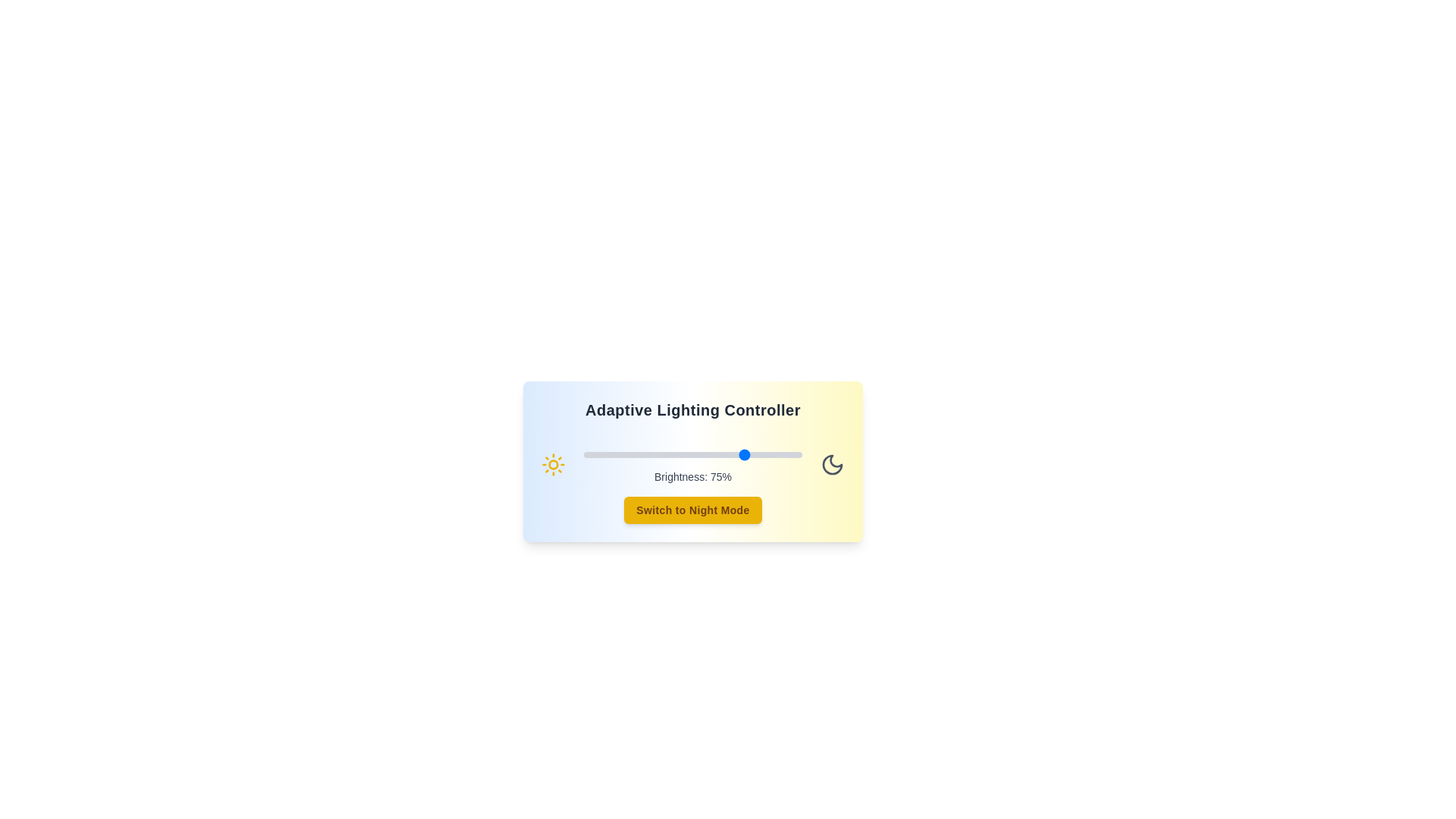 Image resolution: width=1456 pixels, height=819 pixels. What do you see at coordinates (692, 510) in the screenshot?
I see `the 'Switch to Night Mode' button with a yellow background and brown text` at bounding box center [692, 510].